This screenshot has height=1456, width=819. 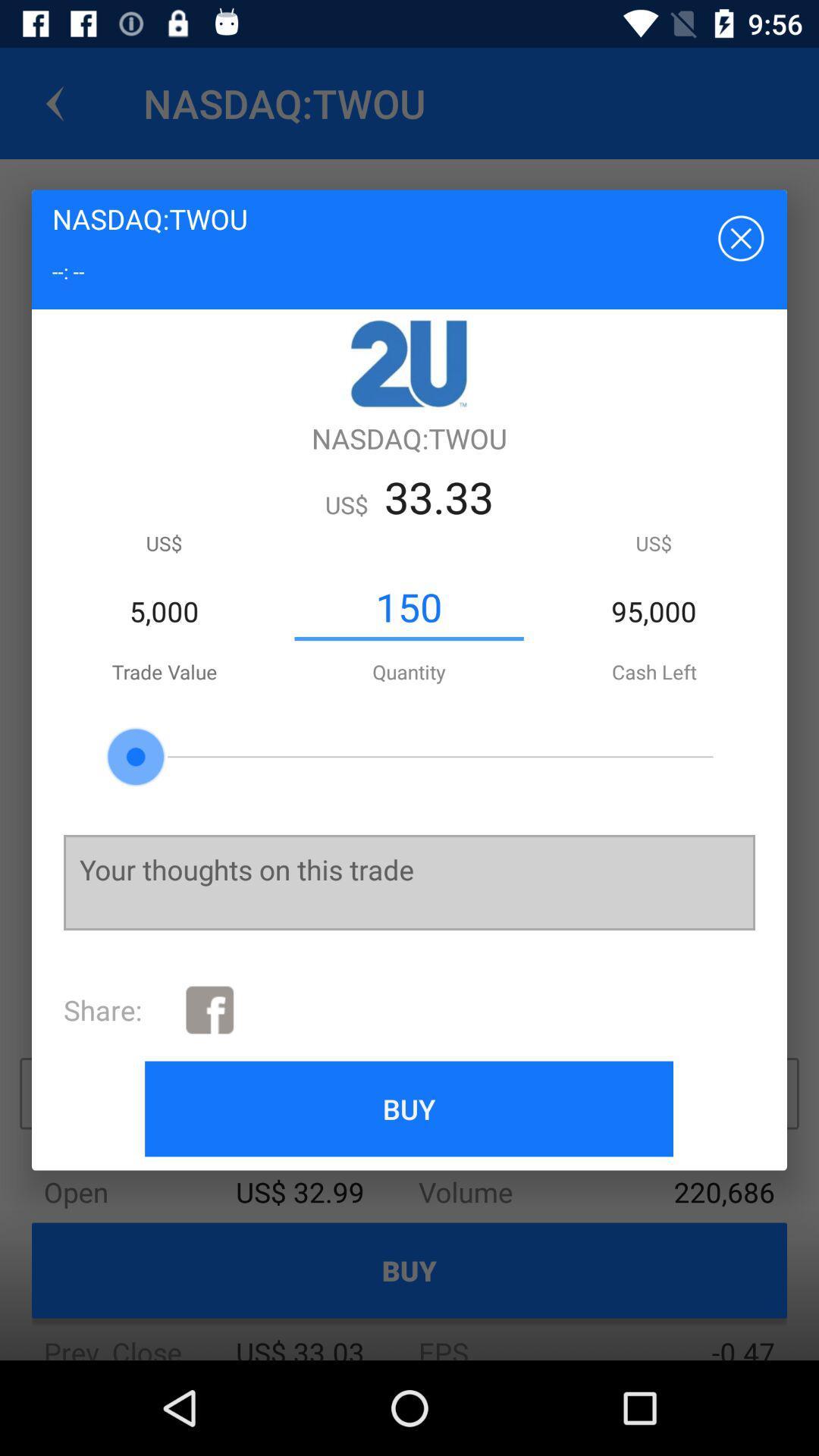 I want to click on the icon to the right of nasdaq:twou icon, so click(x=739, y=237).